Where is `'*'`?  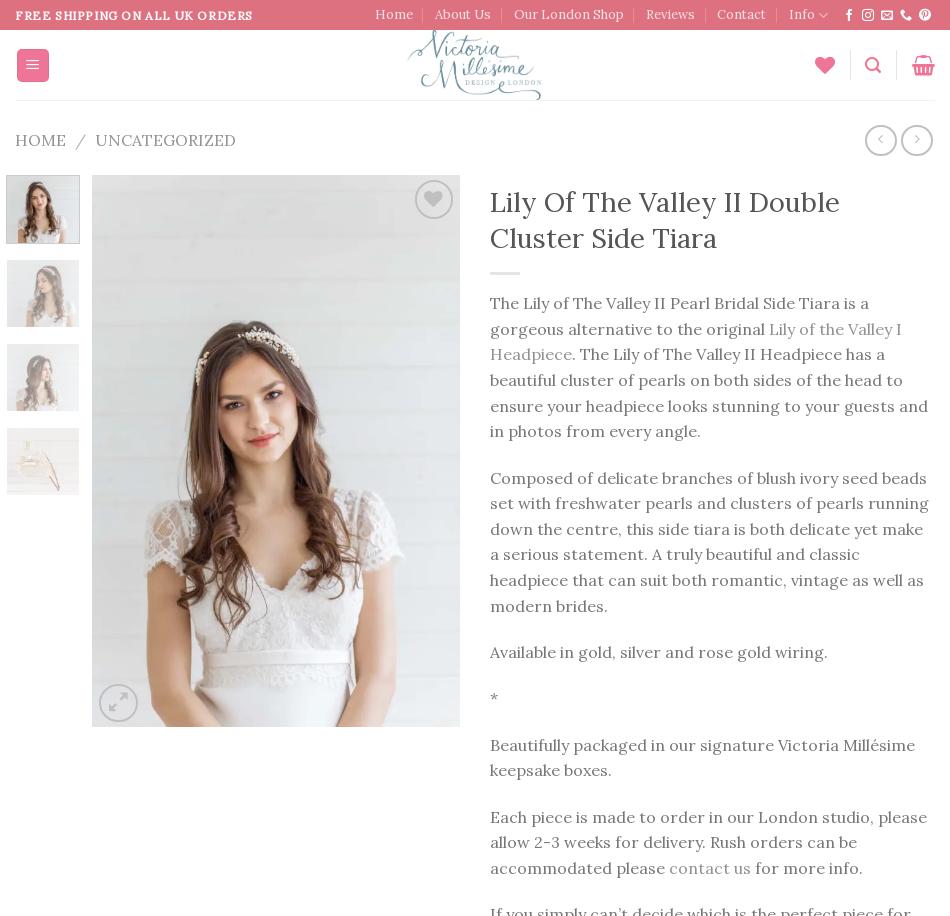
'*' is located at coordinates (494, 697).